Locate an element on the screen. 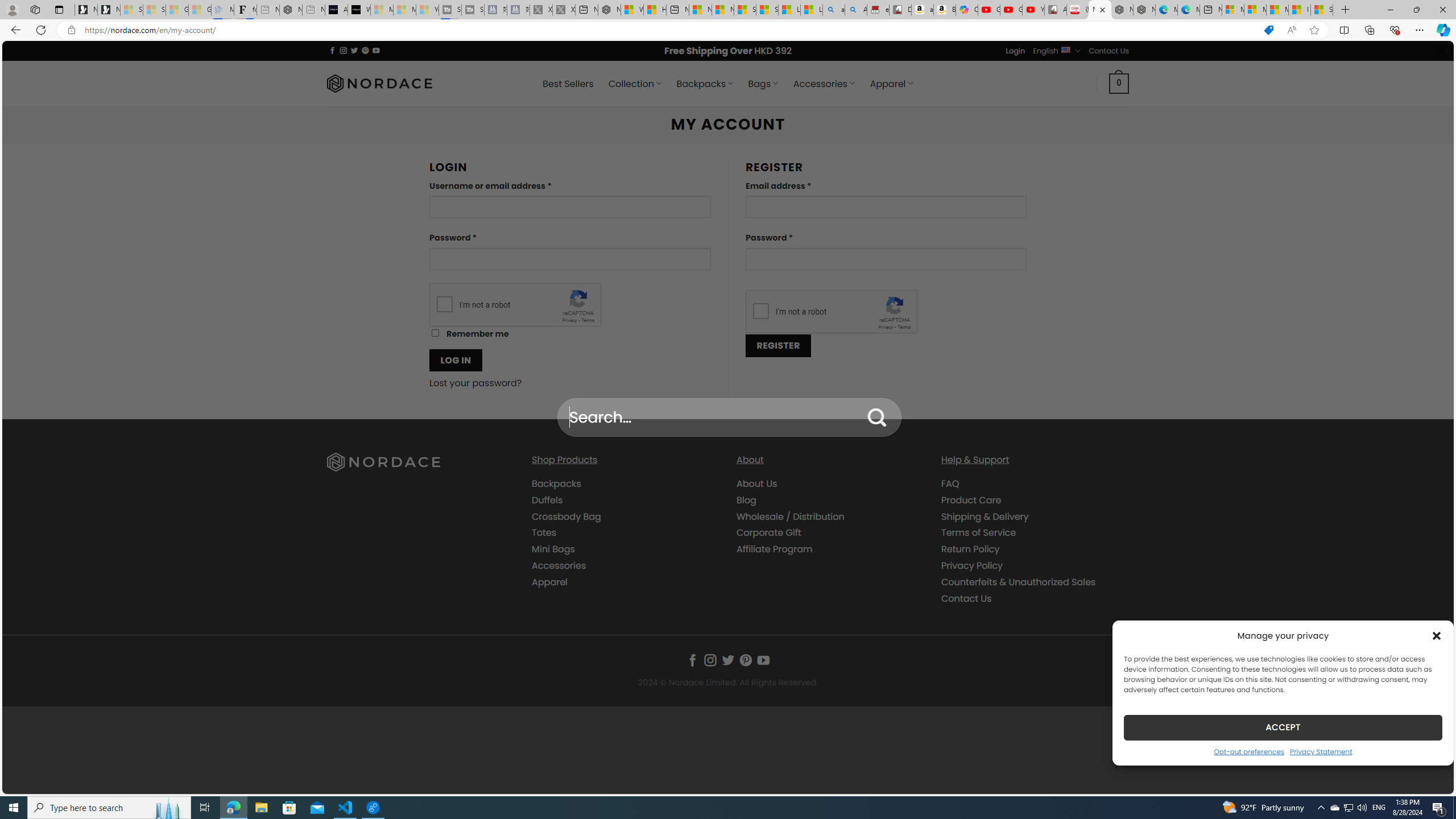 This screenshot has height=819, width=1456. 'Shipping & Delivery' is located at coordinates (1034, 516).